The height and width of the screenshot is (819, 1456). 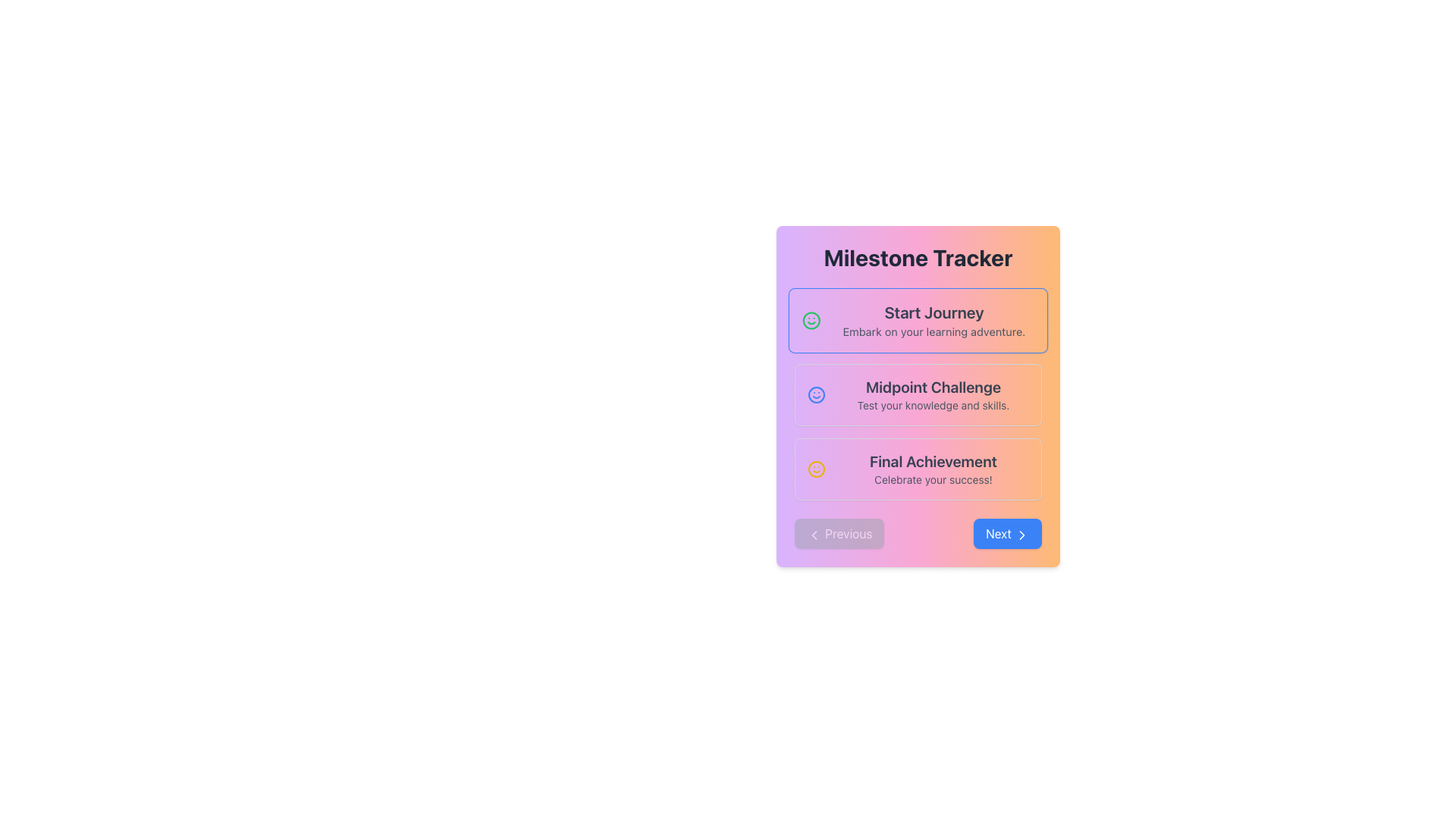 What do you see at coordinates (811, 320) in the screenshot?
I see `the icon that symbolizes starting a positive journey, located in the 'Start Journey' box, aligned with the title and text` at bounding box center [811, 320].